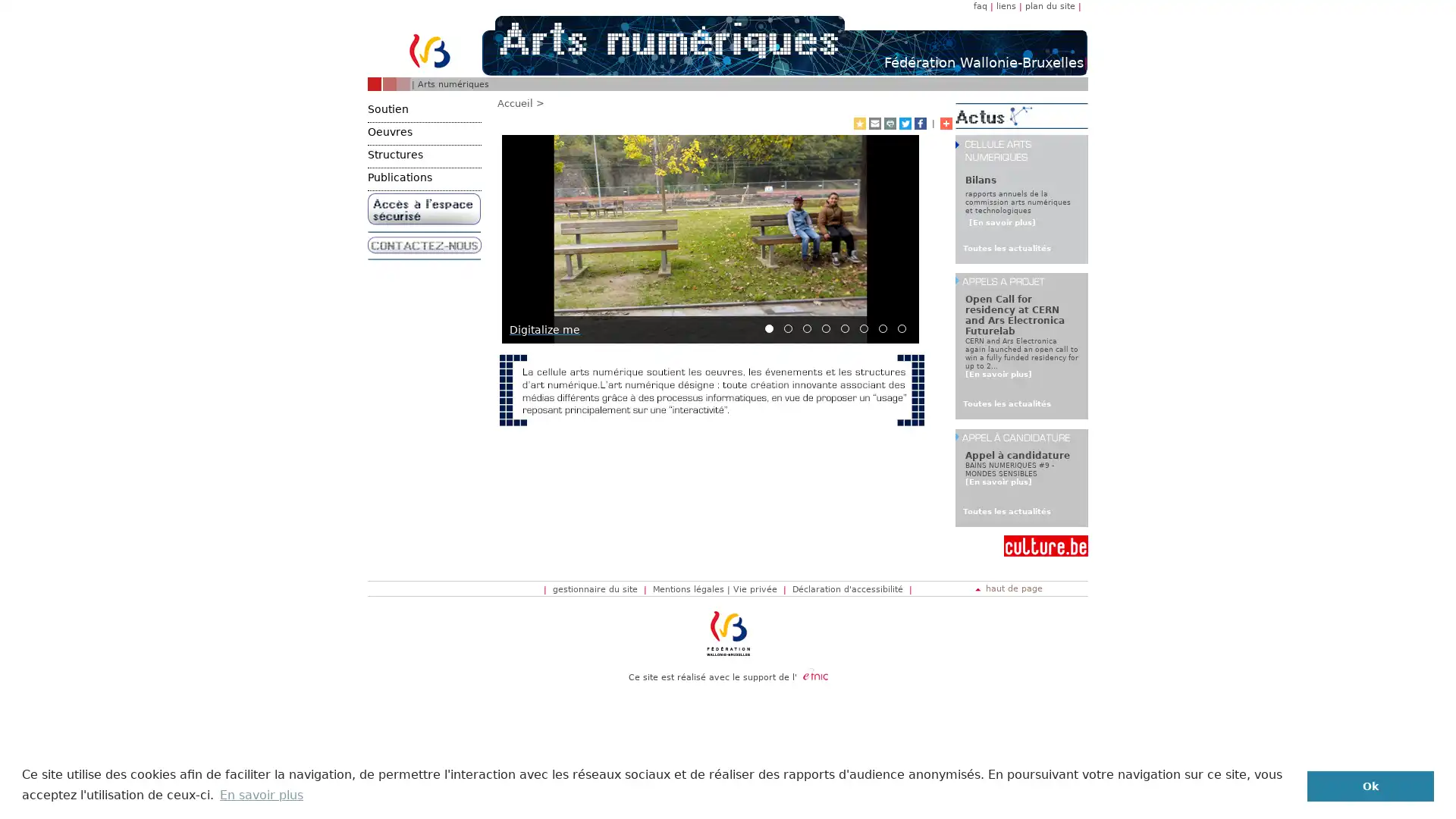 The width and height of the screenshot is (1456, 819). What do you see at coordinates (1370, 785) in the screenshot?
I see `dismiss cookie message` at bounding box center [1370, 785].